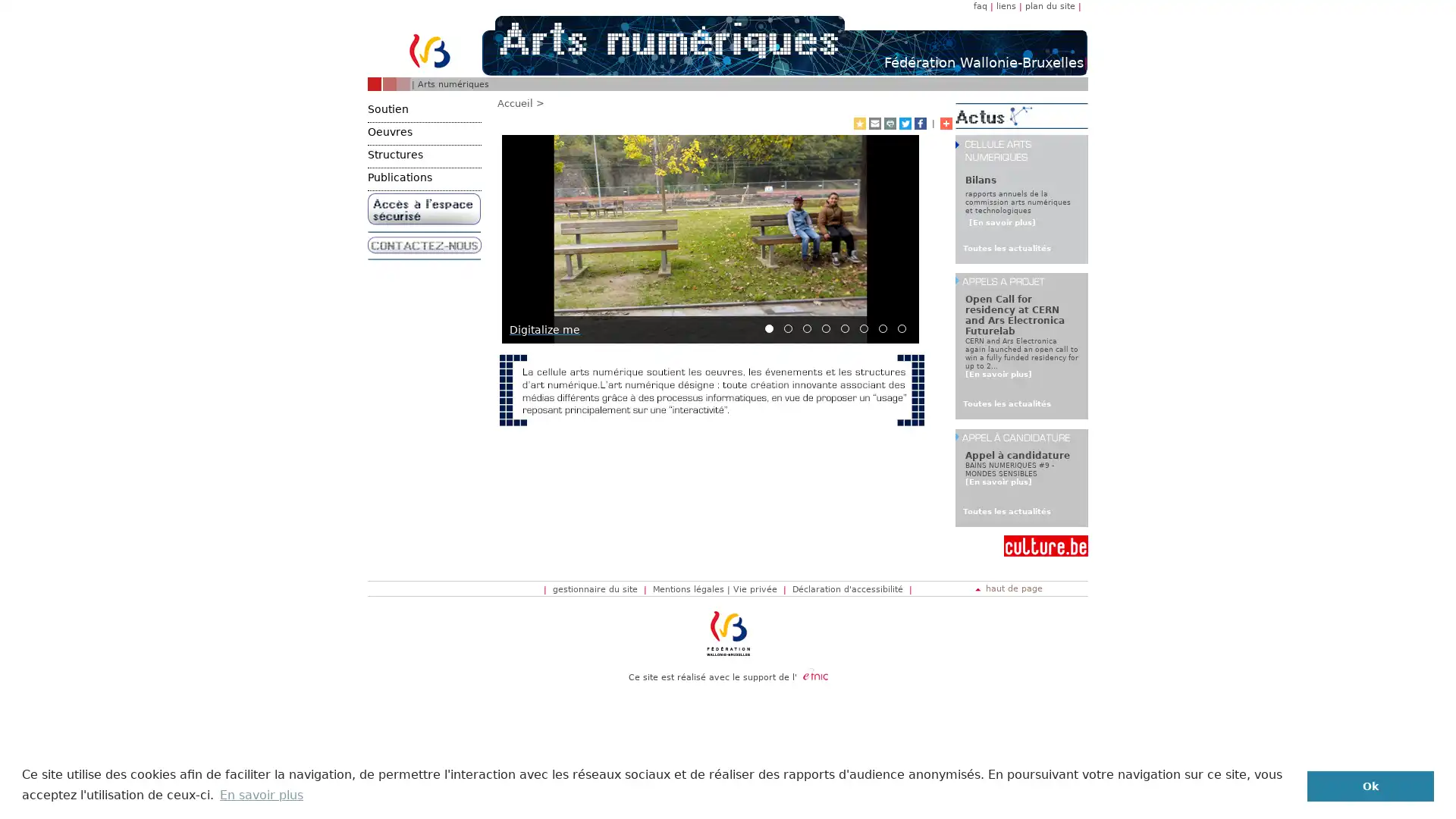 The width and height of the screenshot is (1456, 819). What do you see at coordinates (1370, 785) in the screenshot?
I see `dismiss cookie message` at bounding box center [1370, 785].